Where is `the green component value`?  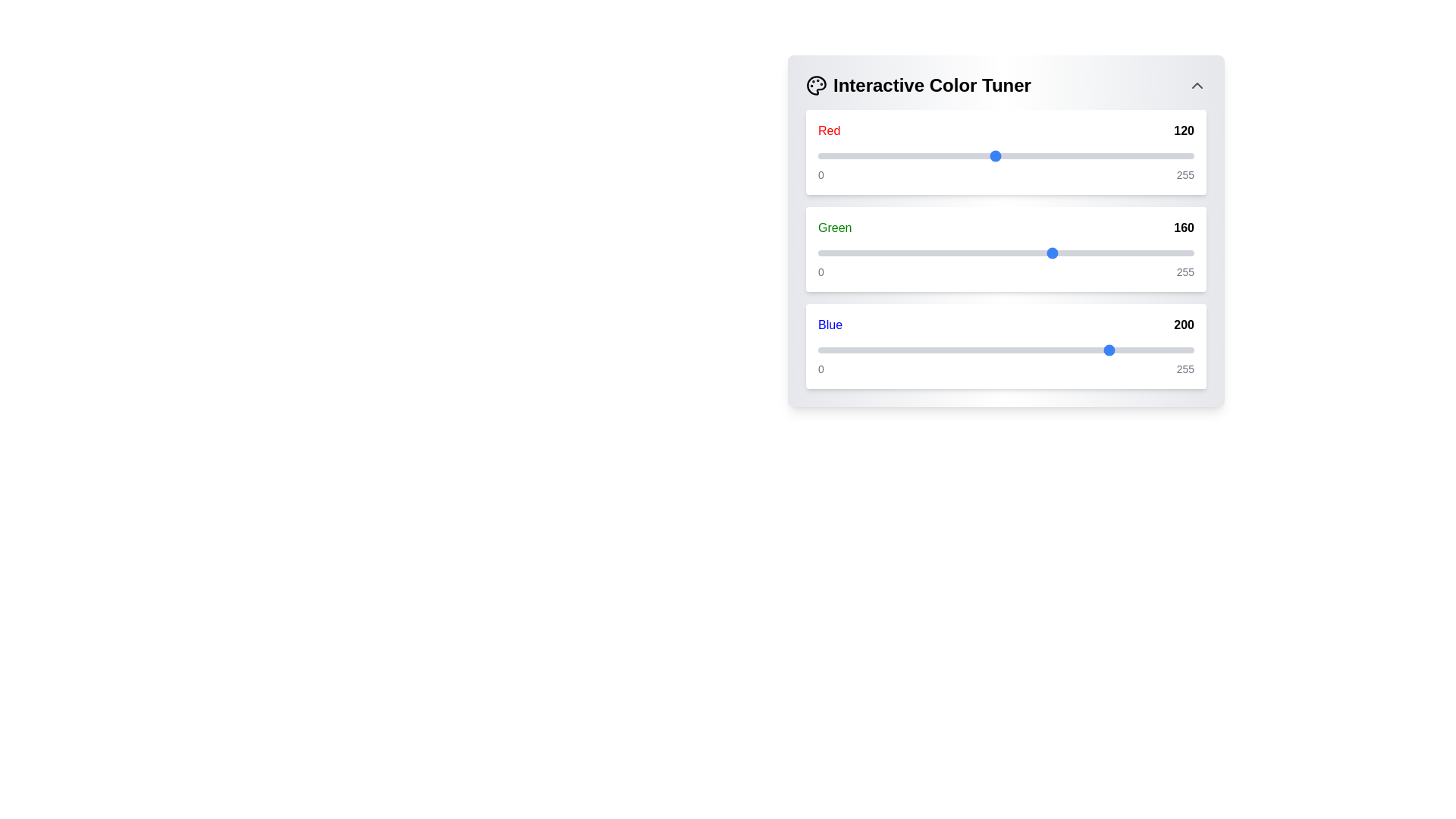
the green component value is located at coordinates (959, 253).